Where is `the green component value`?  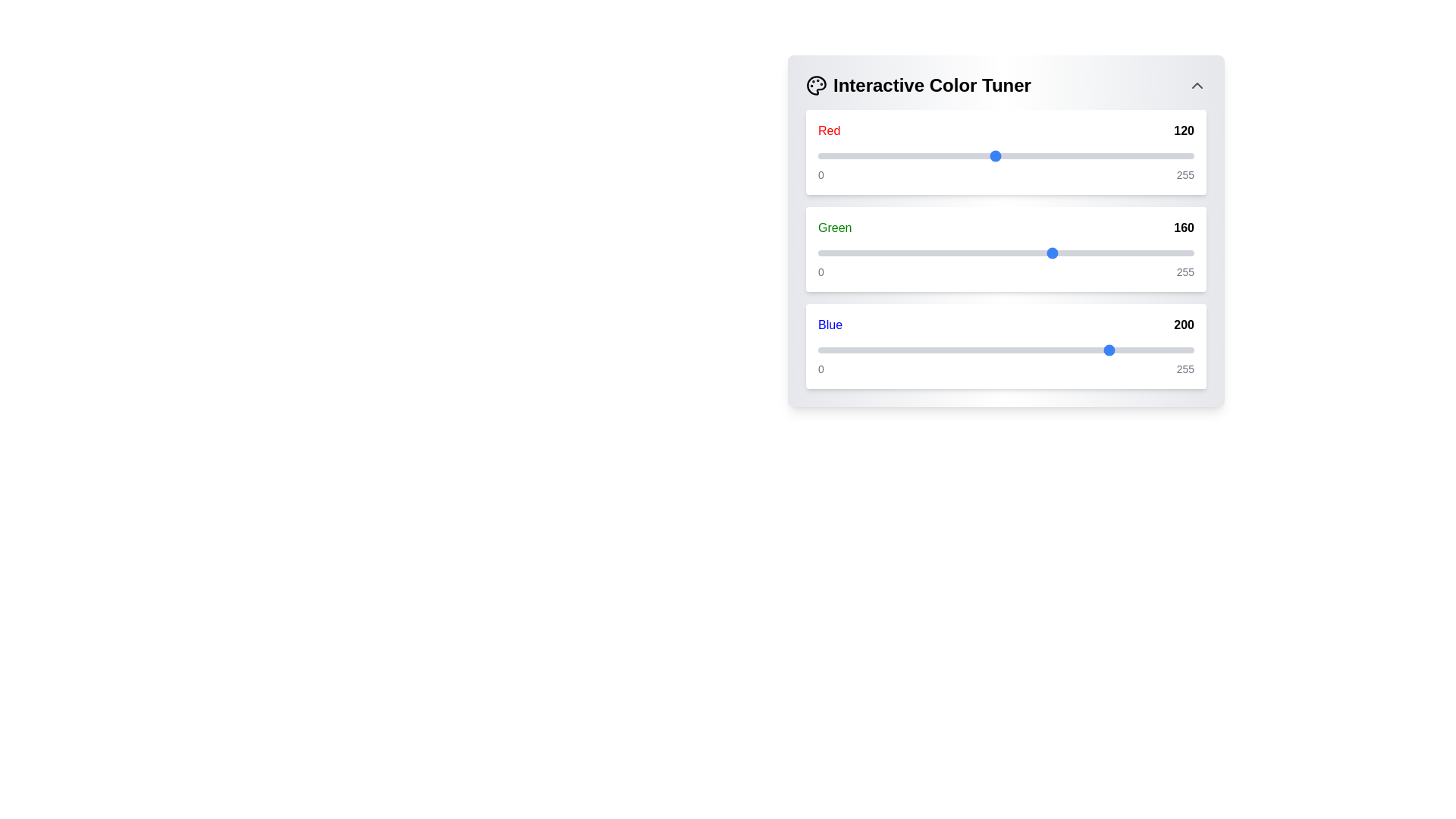
the green component value is located at coordinates (959, 253).